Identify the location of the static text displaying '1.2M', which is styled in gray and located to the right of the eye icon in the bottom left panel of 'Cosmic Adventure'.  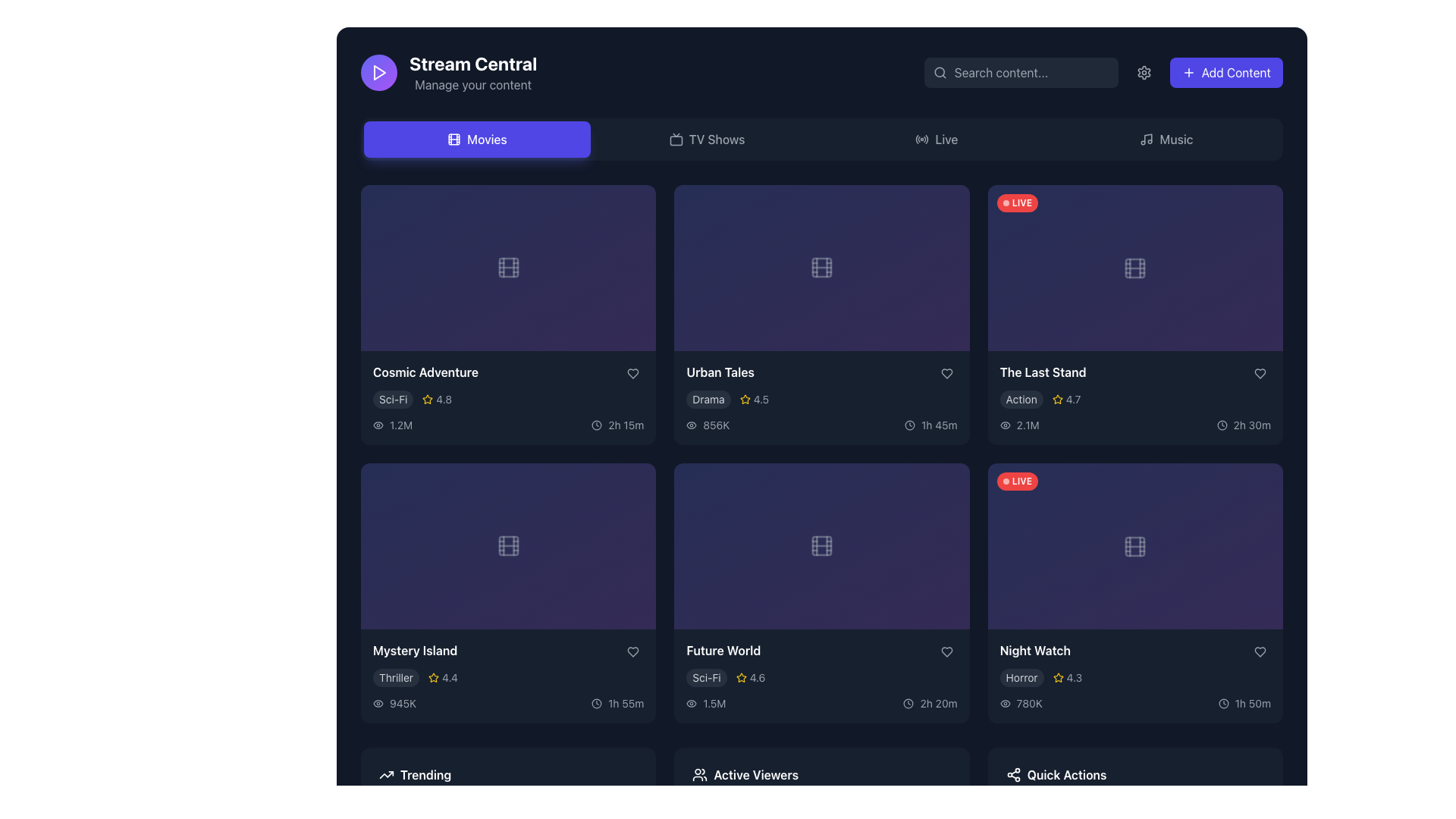
(401, 425).